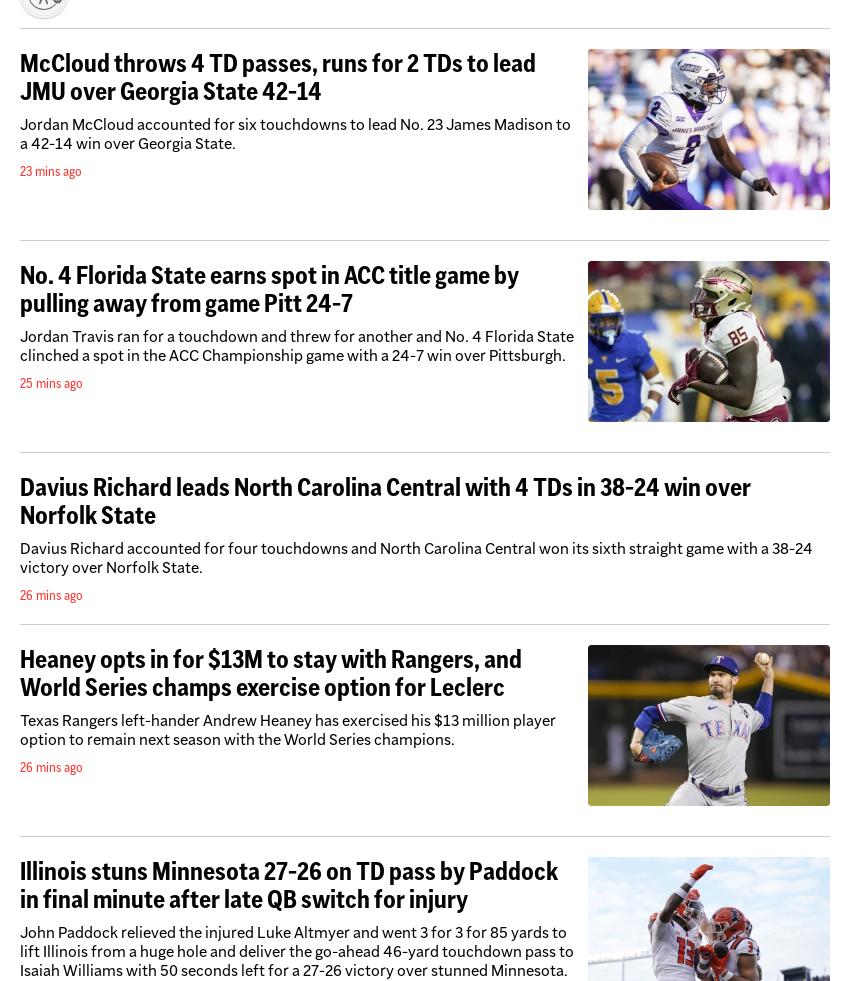 The height and width of the screenshot is (981, 850). Describe the element at coordinates (277, 75) in the screenshot. I see `'McCloud throws 4 TD passes, runs for 2 TDs to lead JMU over Georgia State 42-14'` at that location.